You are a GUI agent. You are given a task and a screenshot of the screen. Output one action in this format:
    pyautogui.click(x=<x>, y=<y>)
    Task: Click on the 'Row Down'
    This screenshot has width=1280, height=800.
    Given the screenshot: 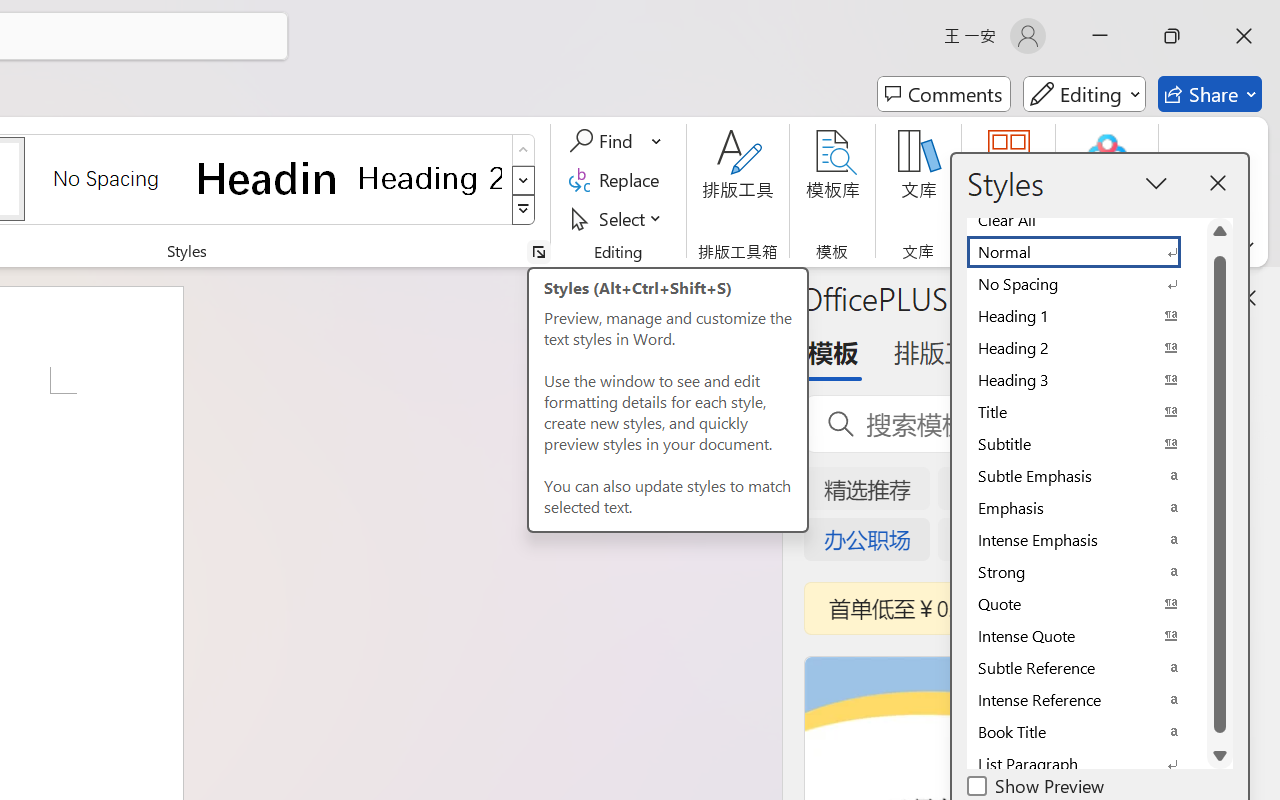 What is the action you would take?
    pyautogui.click(x=523, y=179)
    